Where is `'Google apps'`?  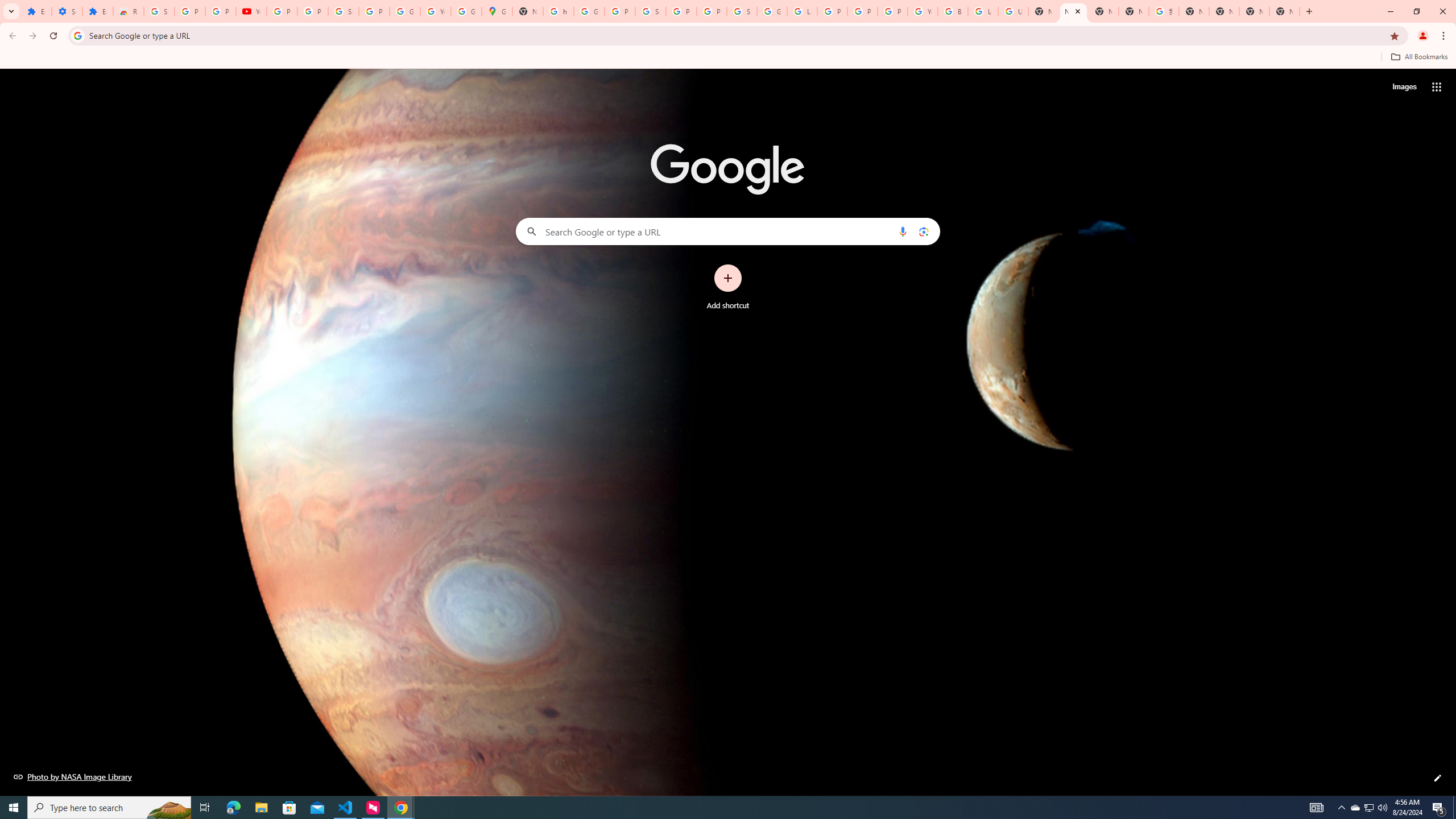 'Google apps' is located at coordinates (1437, 86).